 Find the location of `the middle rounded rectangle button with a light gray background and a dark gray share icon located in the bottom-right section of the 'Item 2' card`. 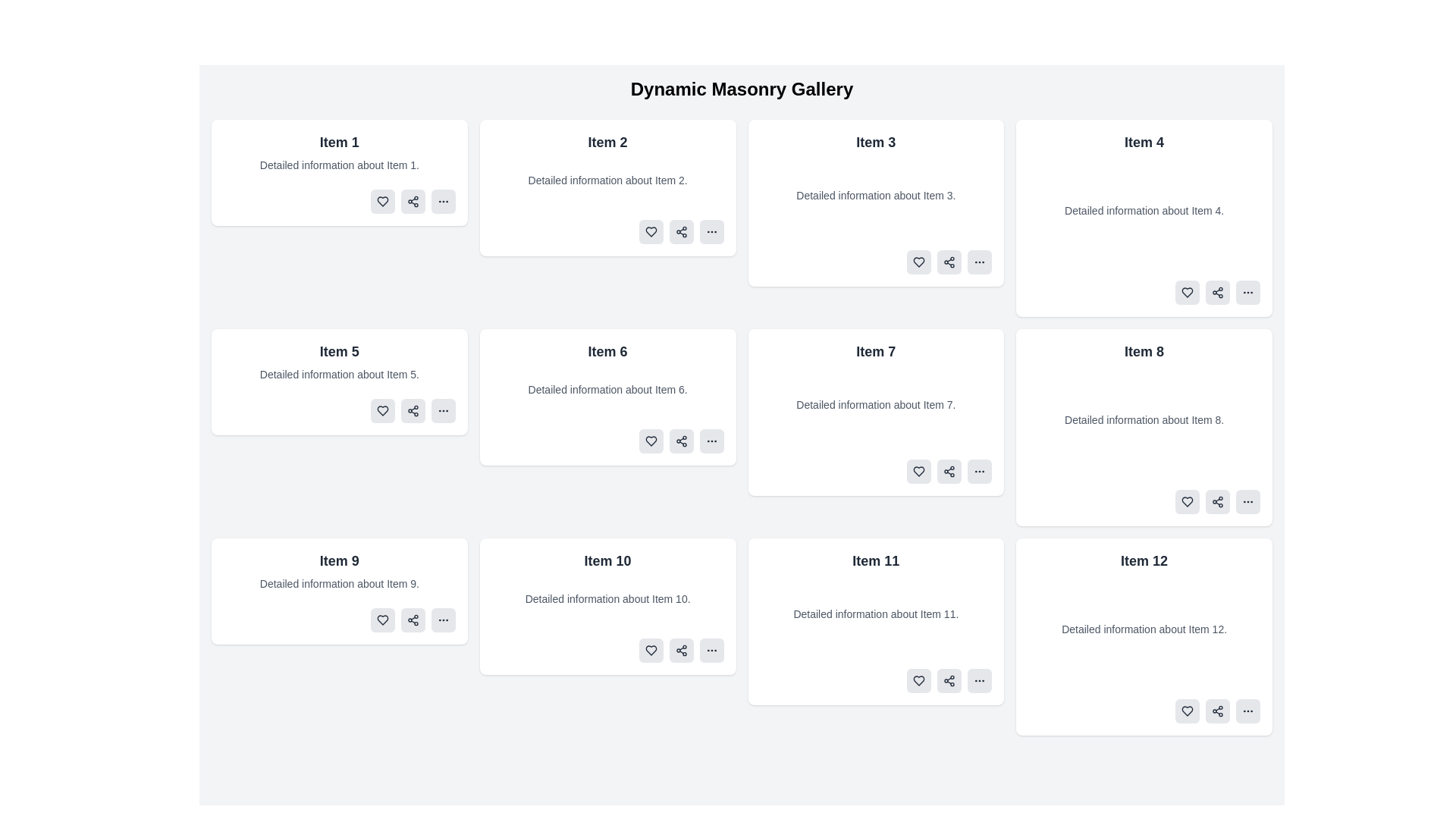

the middle rounded rectangle button with a light gray background and a dark gray share icon located in the bottom-right section of the 'Item 2' card is located at coordinates (680, 231).